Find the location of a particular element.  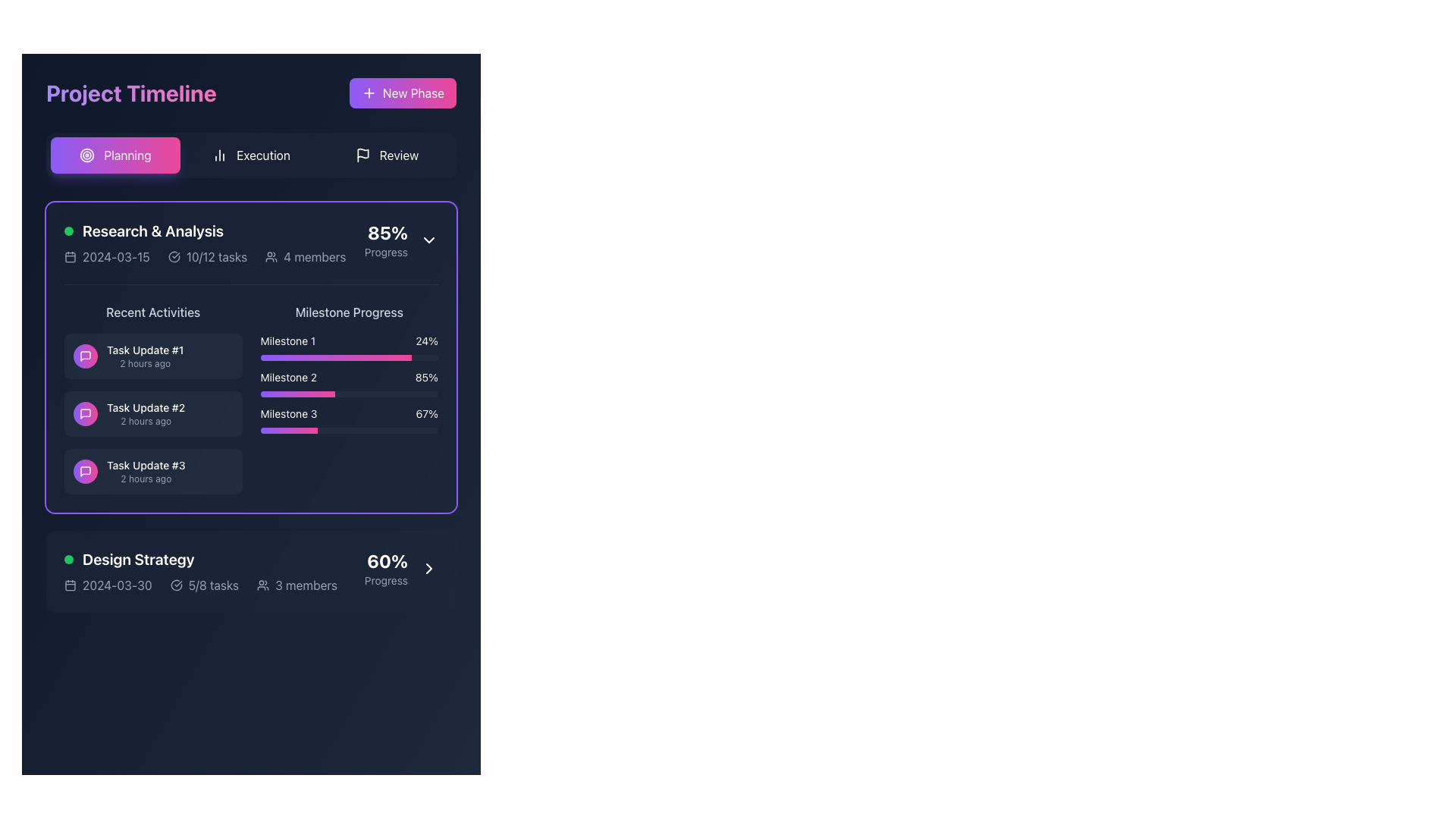

the 'Design Strategy' progress widget located in the bottom section of the content cards is located at coordinates (251, 571).